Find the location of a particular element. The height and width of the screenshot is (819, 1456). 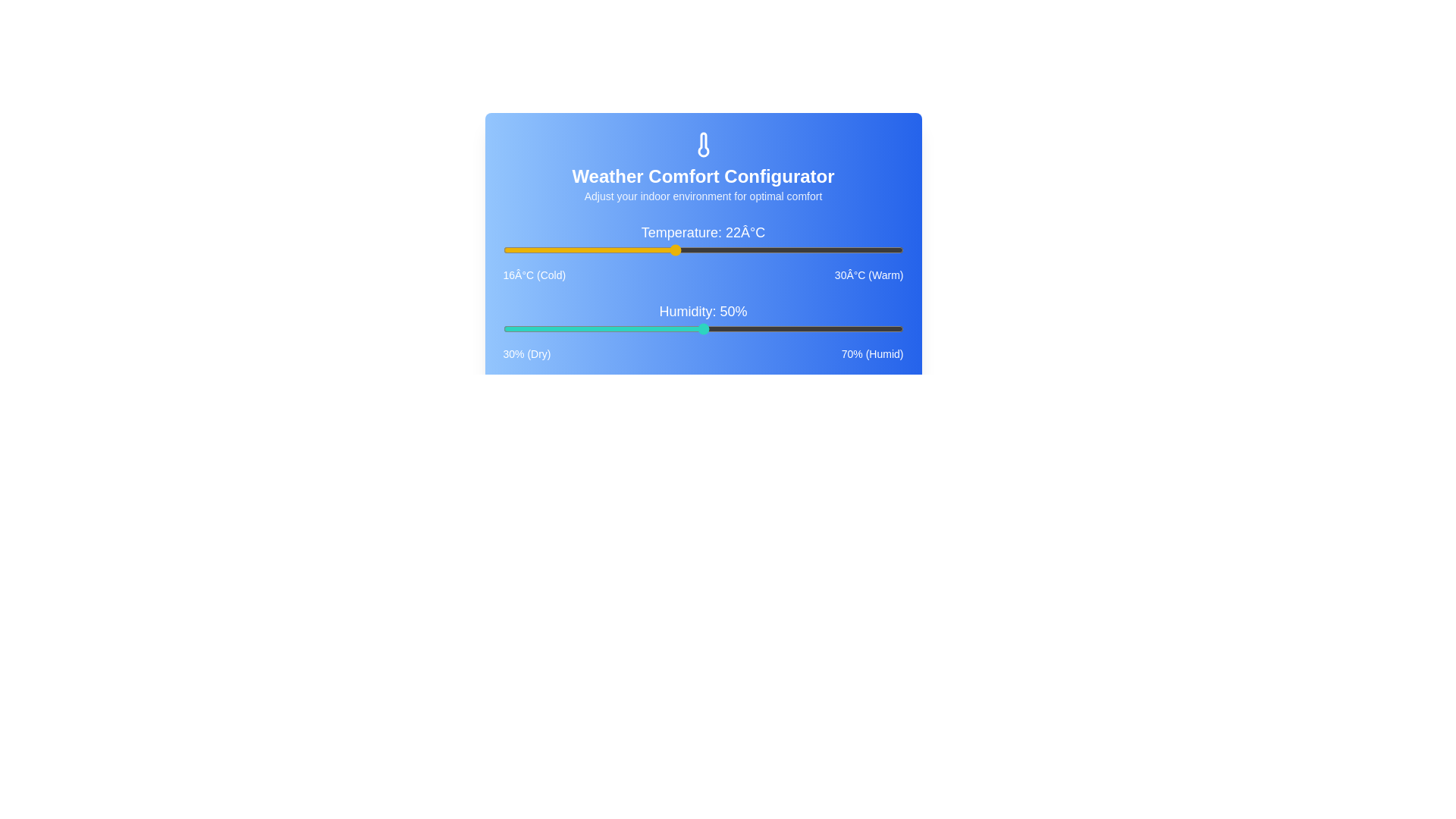

the humidity slider to 52% is located at coordinates (722, 328).